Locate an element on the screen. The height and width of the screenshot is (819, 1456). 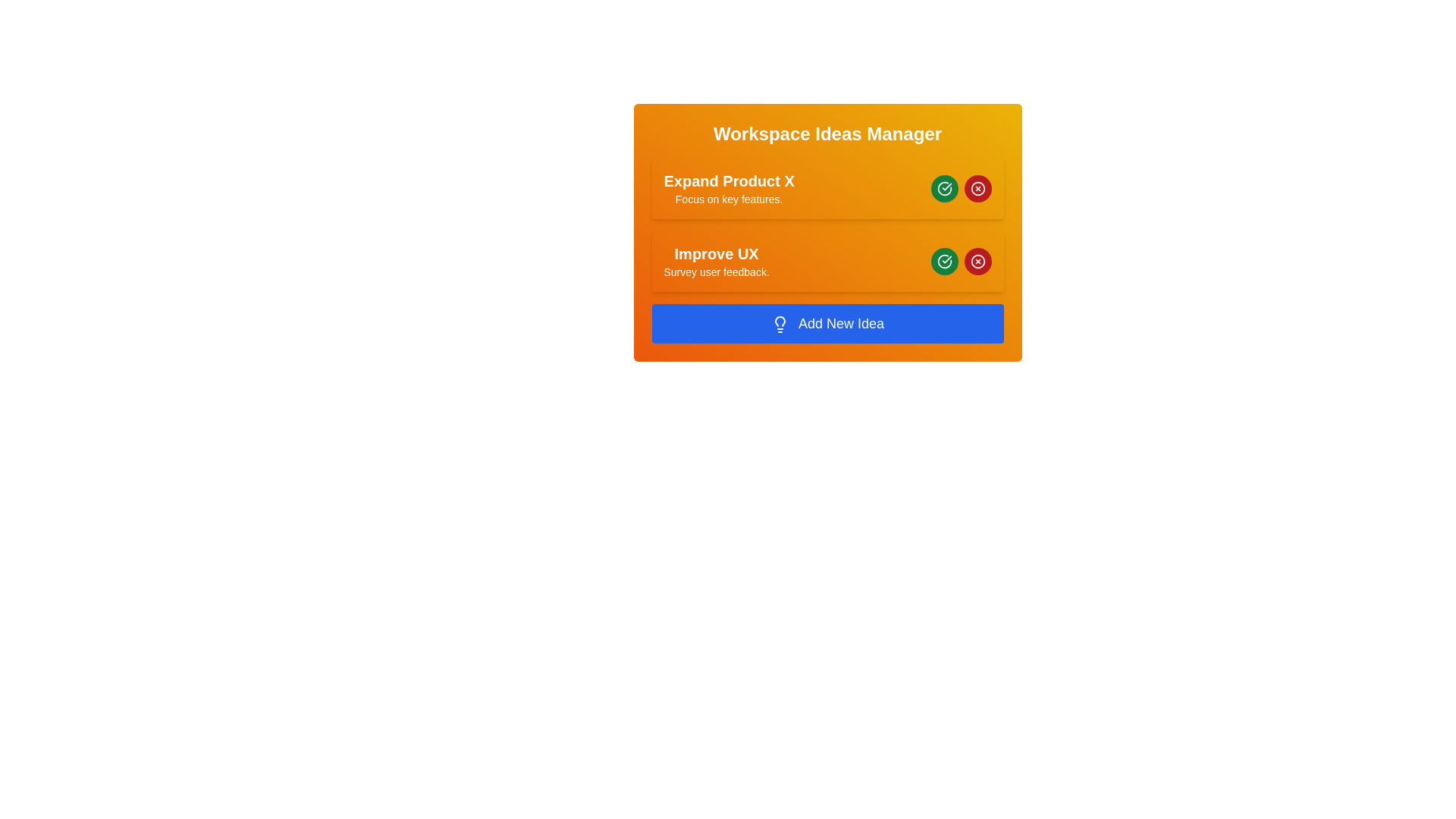
the static text label that serves as a prominent heading for 'Product X', located in the upper section of the central workspace card is located at coordinates (729, 180).